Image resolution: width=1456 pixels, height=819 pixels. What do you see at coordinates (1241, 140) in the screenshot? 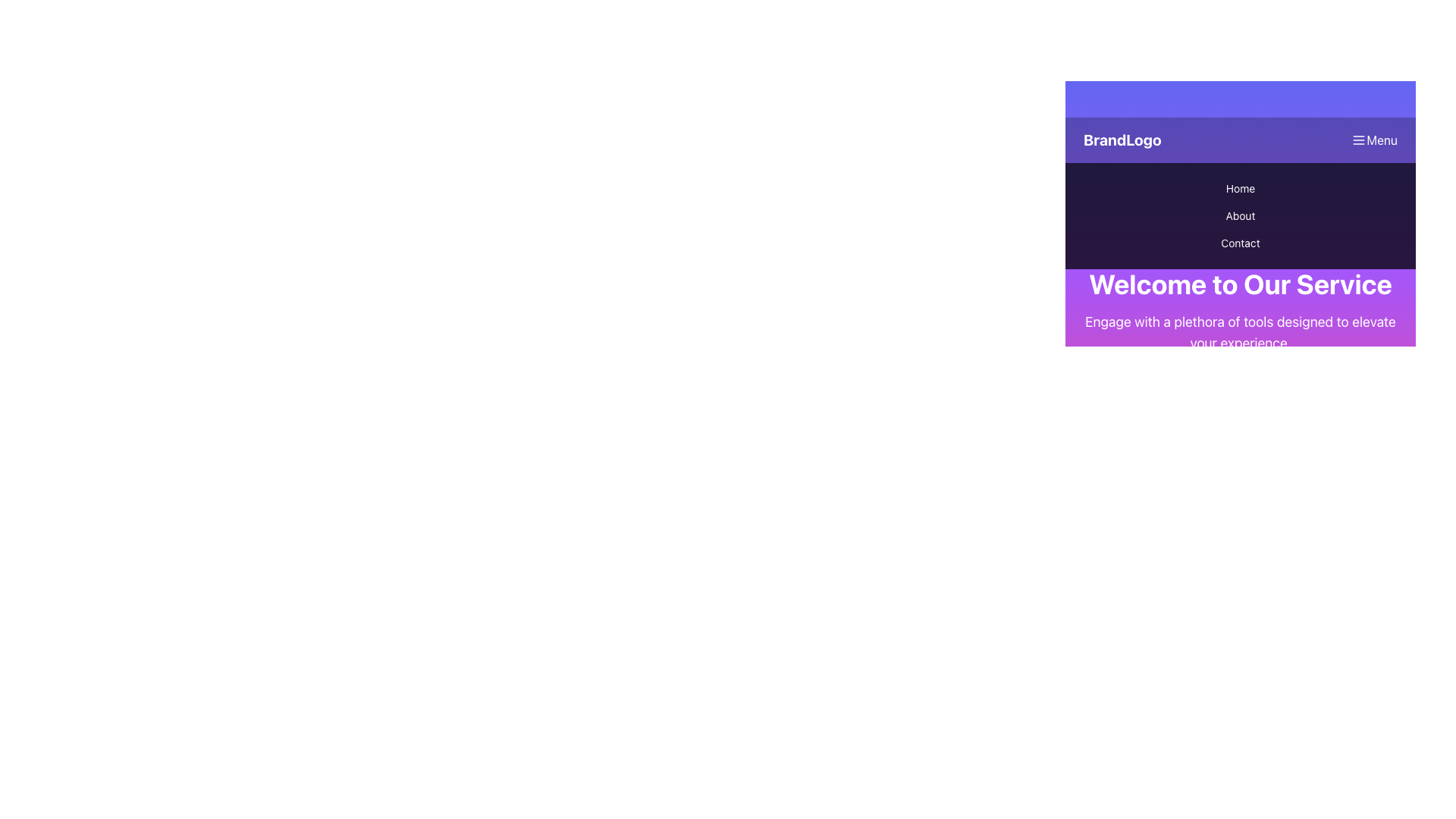
I see `the top navigation bar containing the 'BrandLogo' on the left and 'Menu' on the right` at bounding box center [1241, 140].